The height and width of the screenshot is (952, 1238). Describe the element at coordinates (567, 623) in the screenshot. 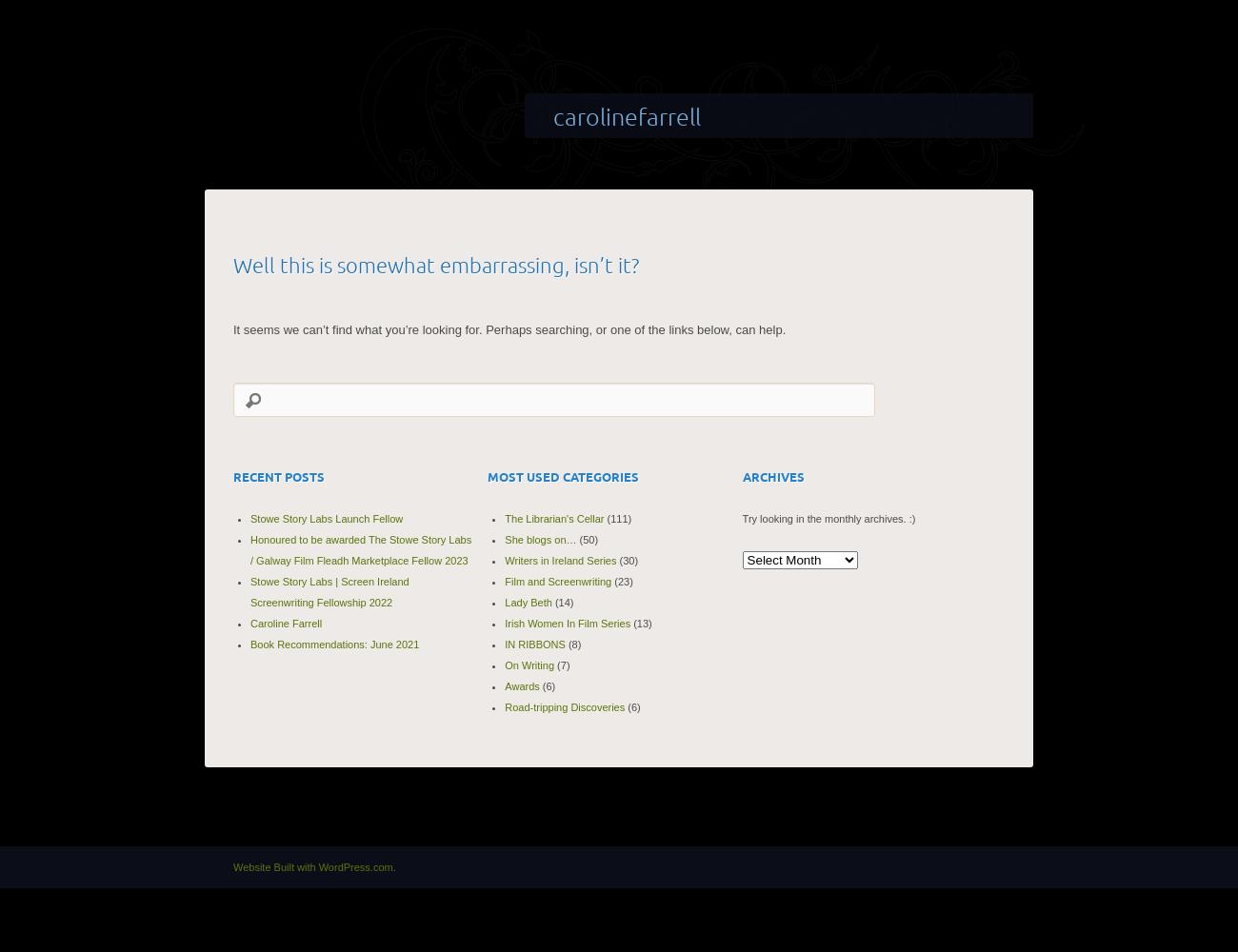

I see `'Irish Women In Film Series'` at that location.